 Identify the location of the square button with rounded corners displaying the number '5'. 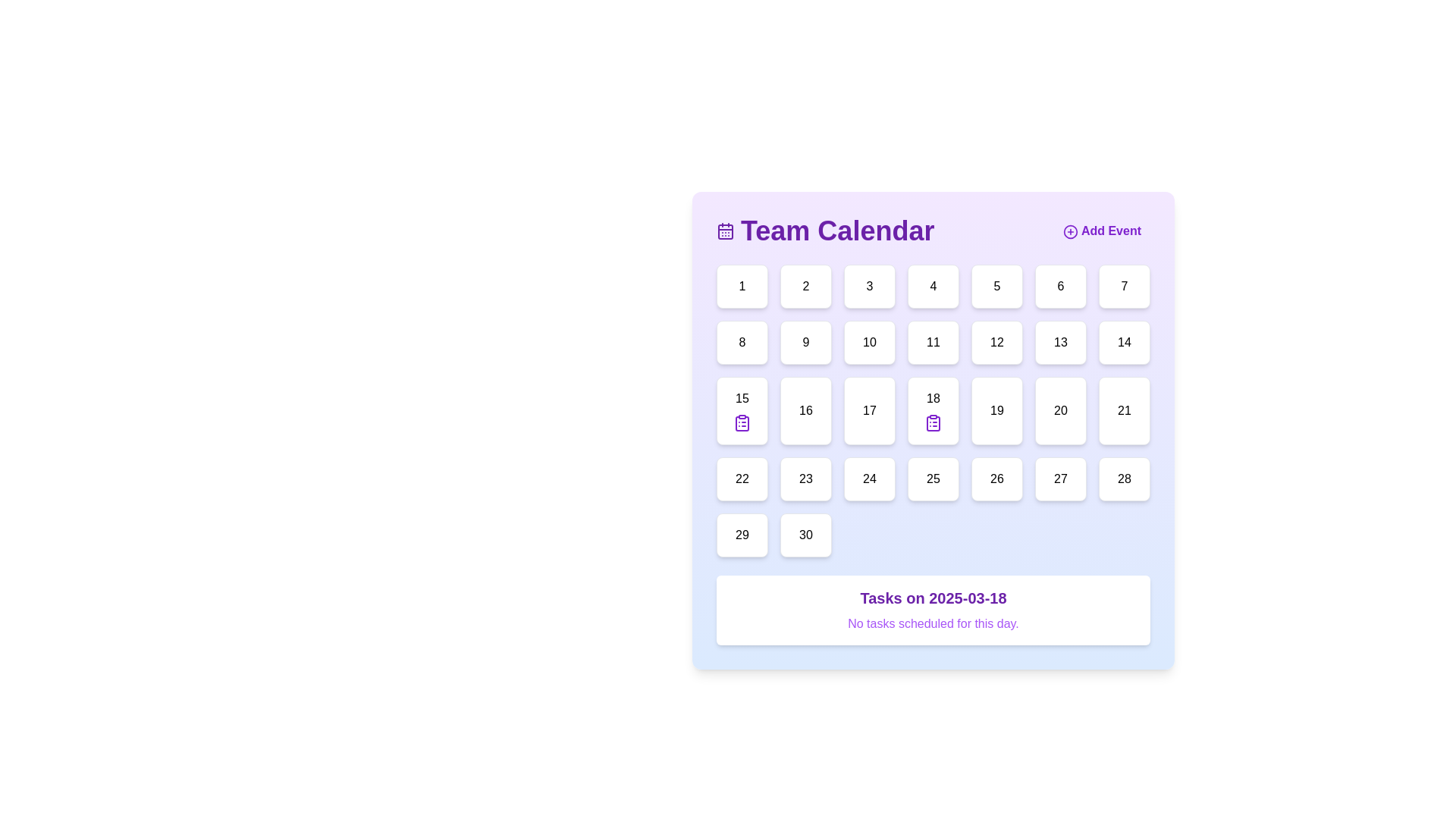
(997, 287).